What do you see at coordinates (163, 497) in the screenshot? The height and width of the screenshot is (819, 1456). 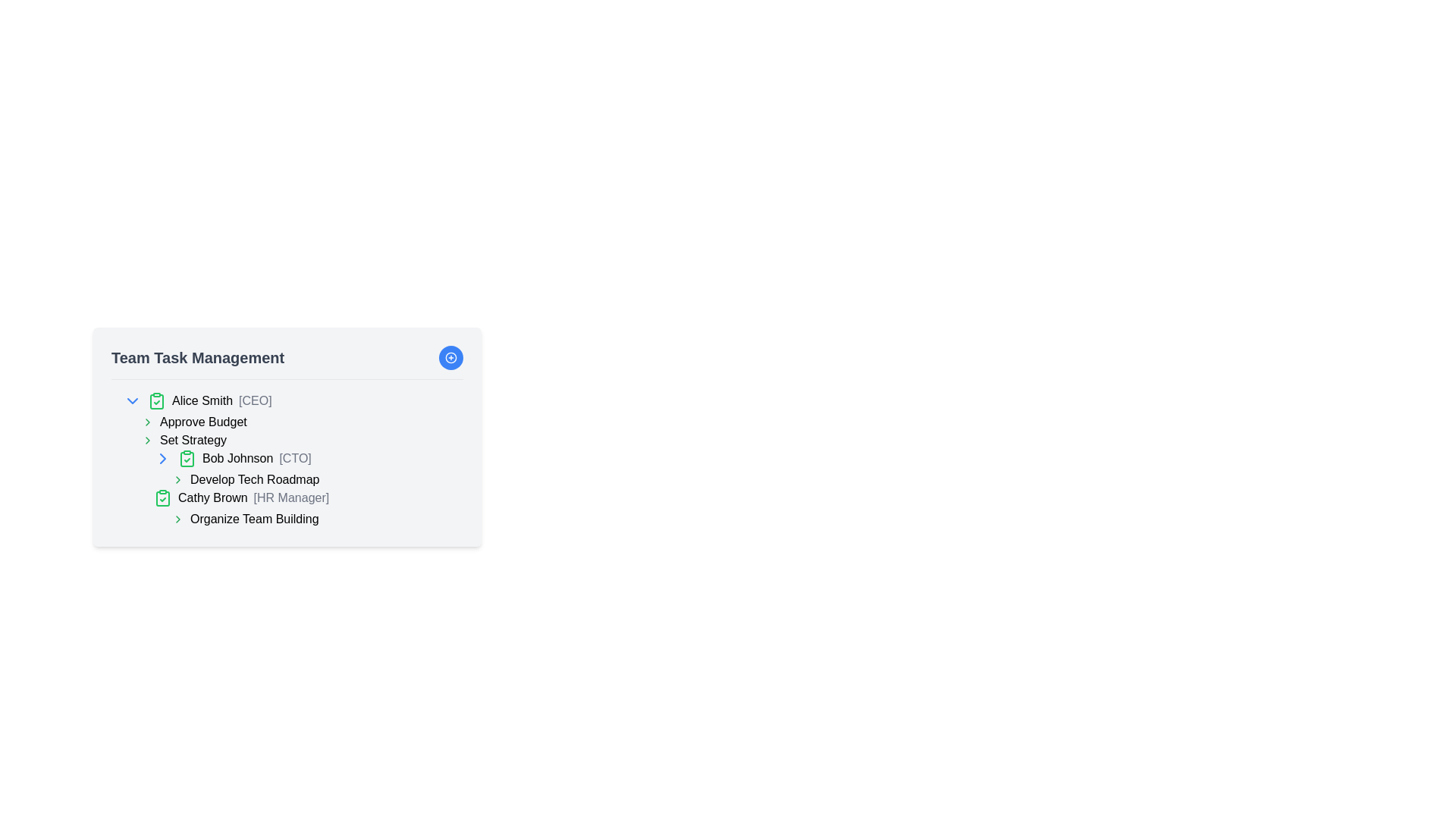 I see `the status of the clipboard icon with a checkmark, which is styled with a green color scheme and located to the immediate left of the text 'Cathy Brown [HR Manager]' in the 'Team Task Management' section` at bounding box center [163, 497].